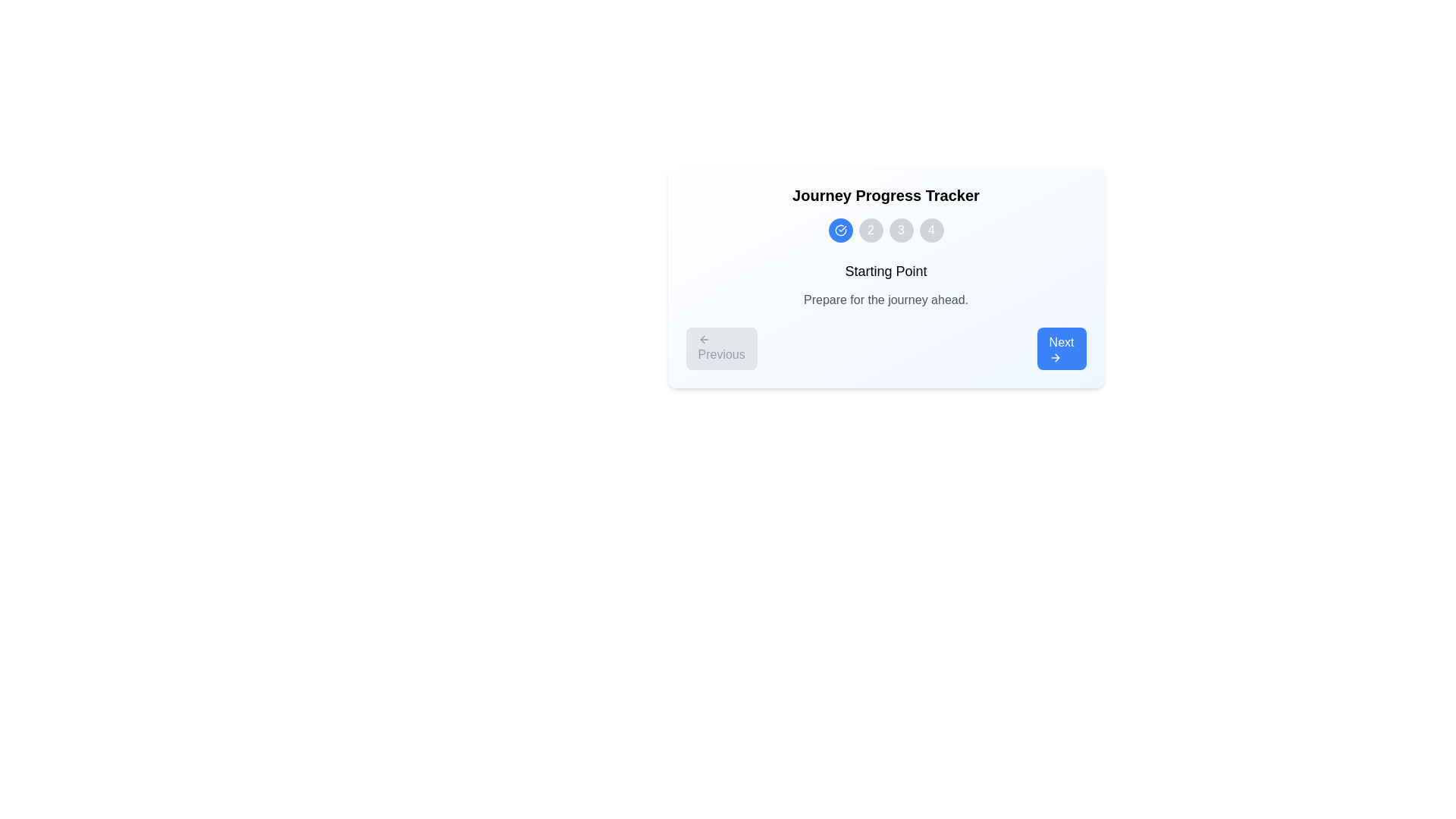  I want to click on the completed status icon of the first step in the progress tracker, which is located to the left of the circular elements labeled '2', '3', and '4', so click(839, 231).